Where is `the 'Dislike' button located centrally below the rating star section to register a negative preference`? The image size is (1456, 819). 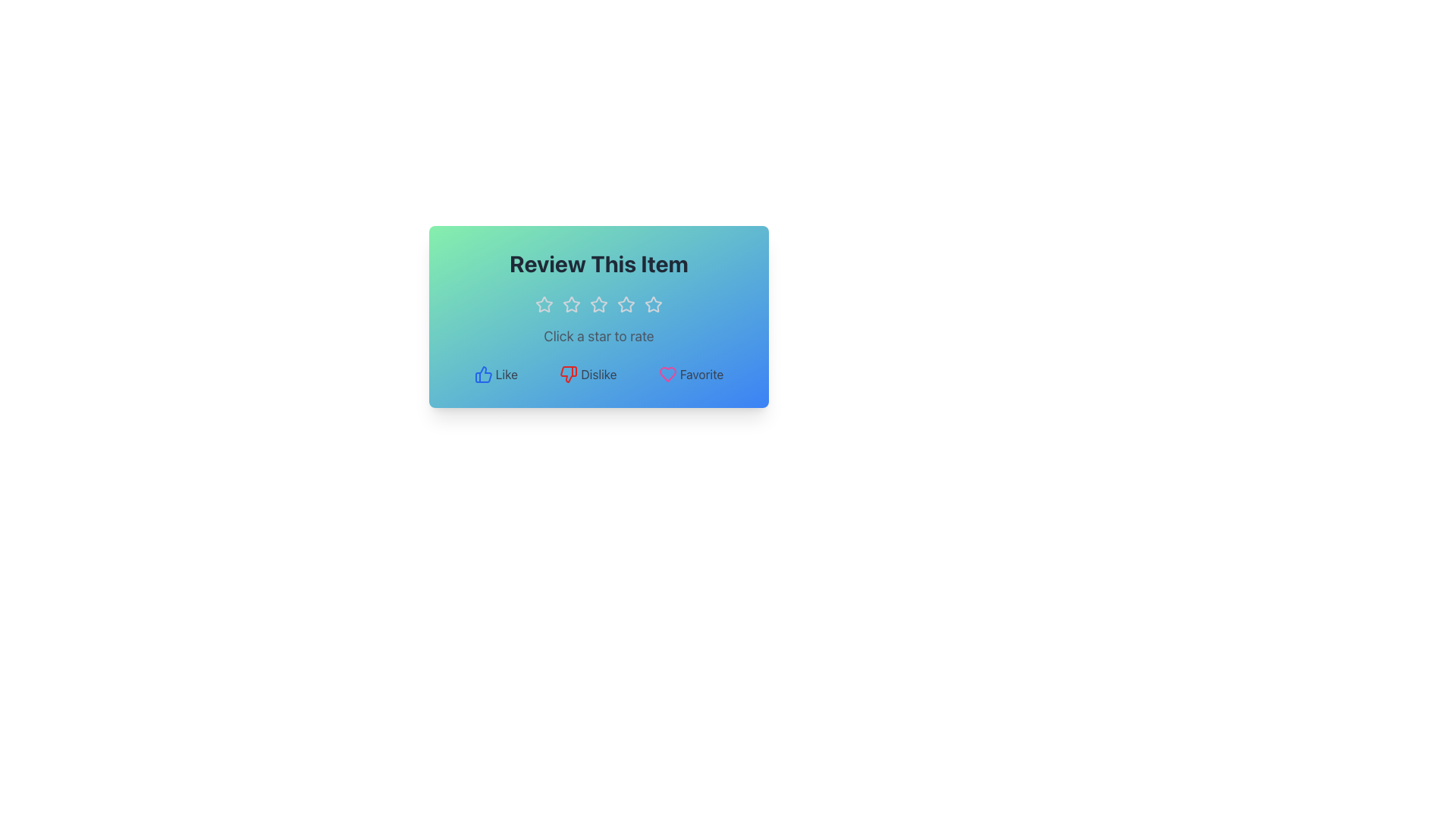
the 'Dislike' button located centrally below the rating star section to register a negative preference is located at coordinates (587, 374).